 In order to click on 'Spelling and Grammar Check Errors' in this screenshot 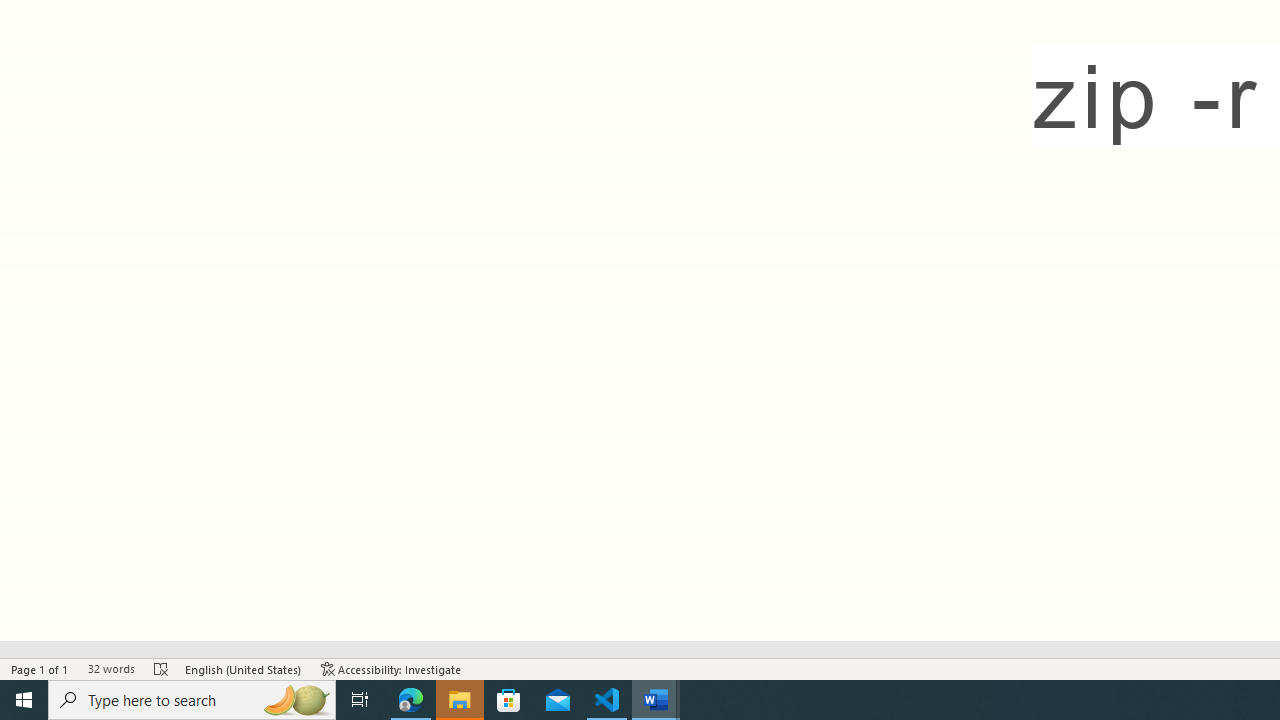, I will do `click(161, 669)`.